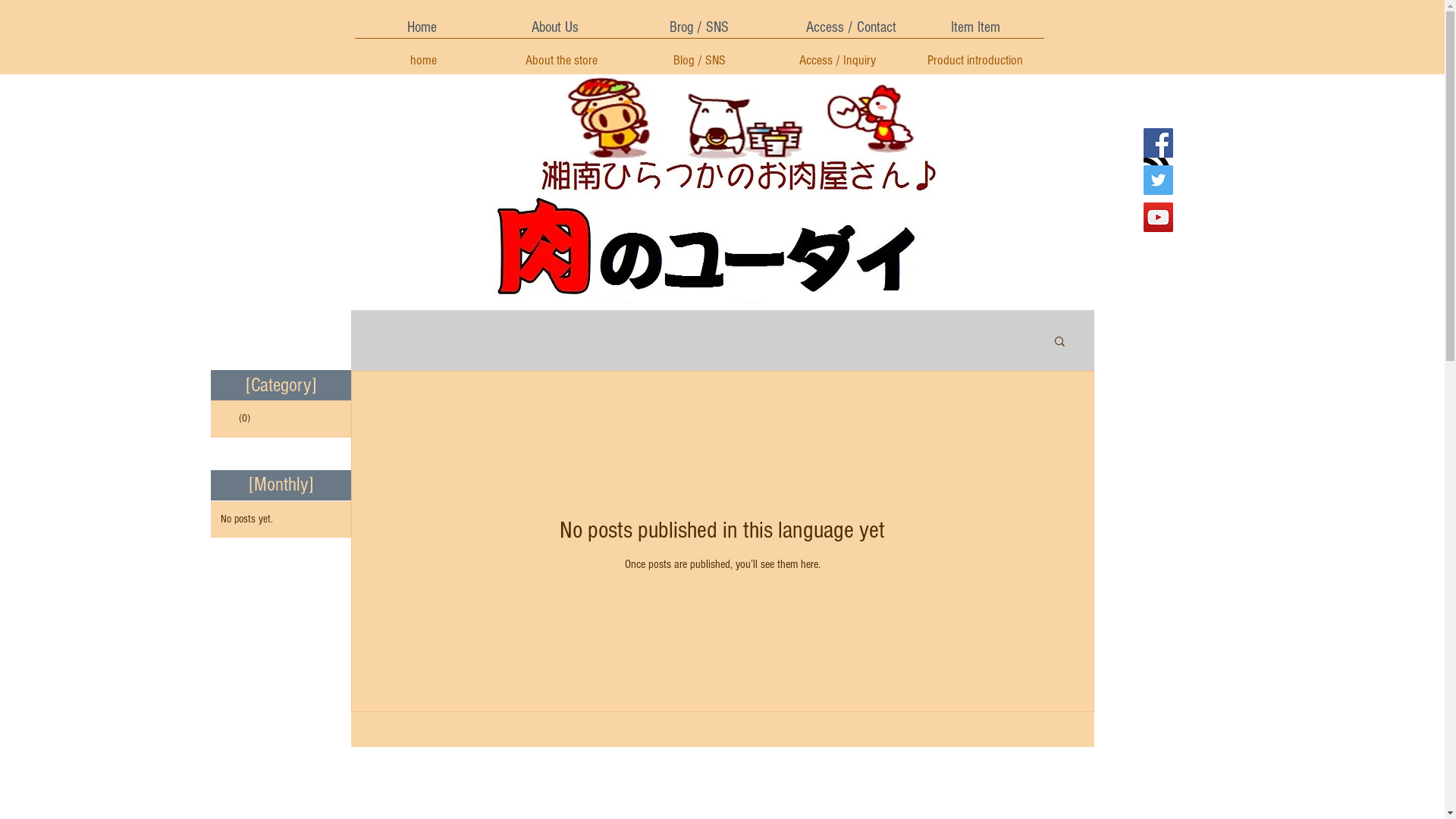 The image size is (1456, 819). I want to click on 'Access / Inquiry', so click(768, 52).